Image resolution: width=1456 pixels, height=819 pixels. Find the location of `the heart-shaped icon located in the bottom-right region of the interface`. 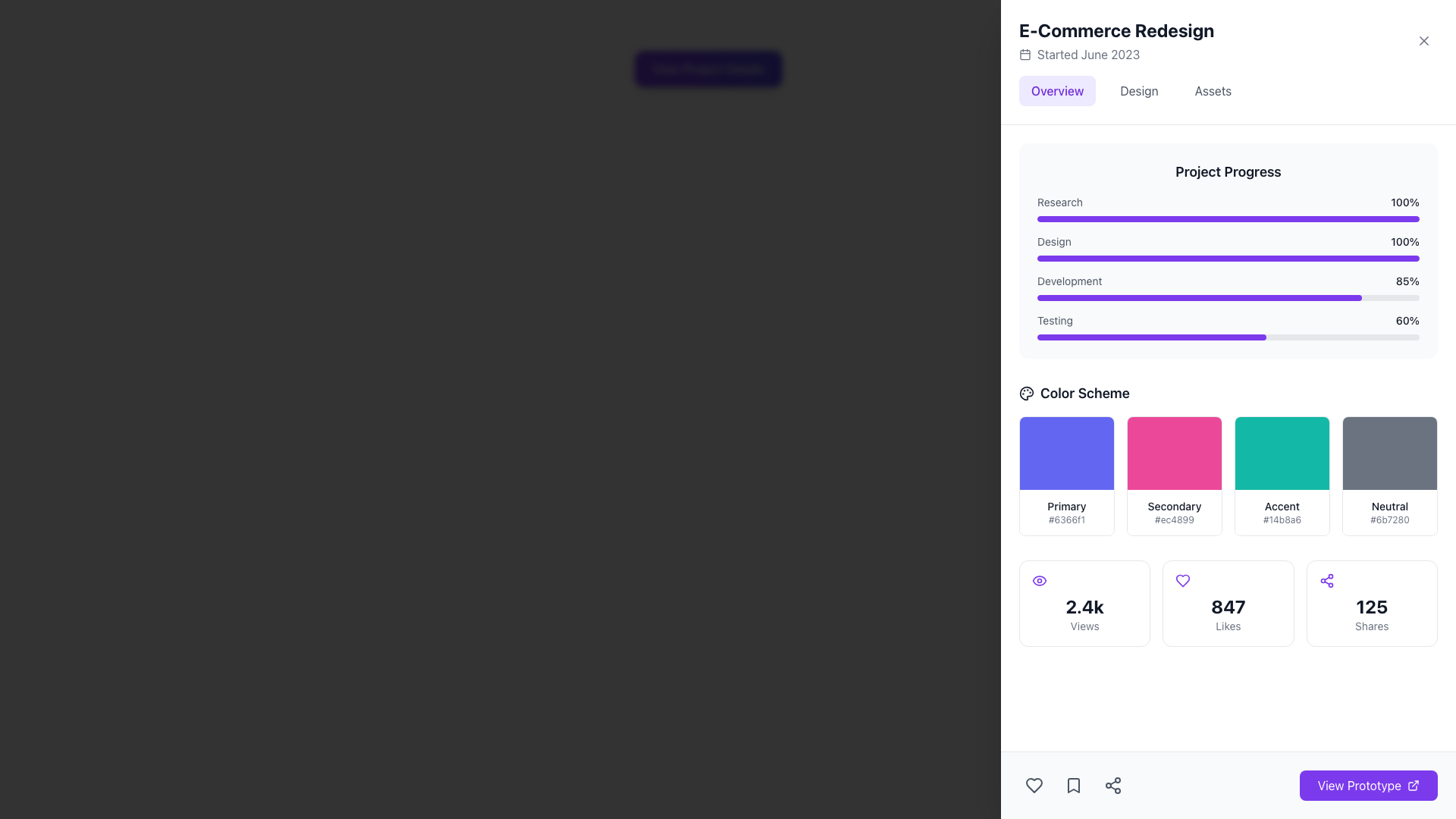

the heart-shaped icon located in the bottom-right region of the interface is located at coordinates (1033, 785).